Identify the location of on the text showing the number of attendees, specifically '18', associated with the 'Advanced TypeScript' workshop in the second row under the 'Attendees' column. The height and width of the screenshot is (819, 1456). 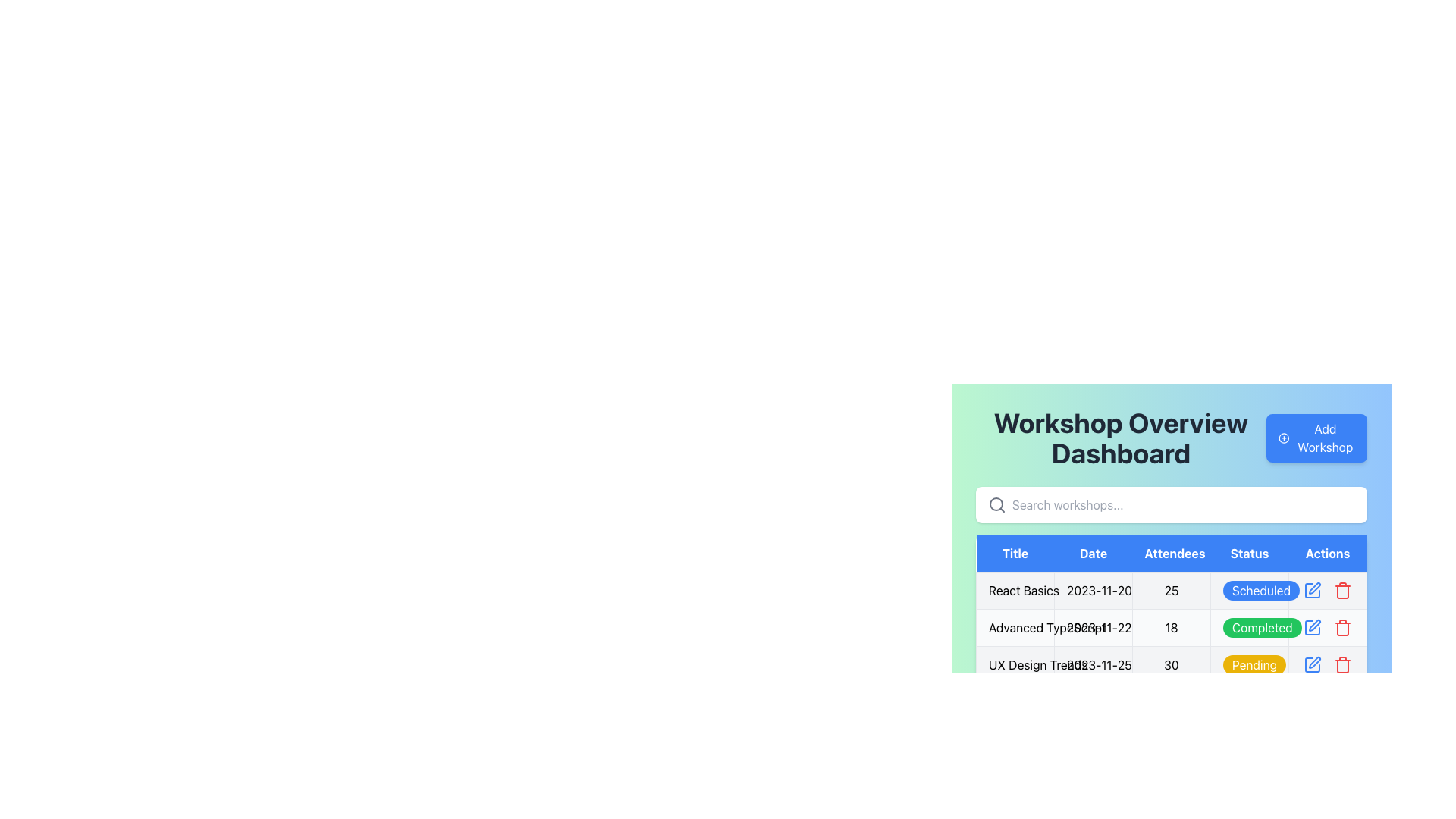
(1171, 628).